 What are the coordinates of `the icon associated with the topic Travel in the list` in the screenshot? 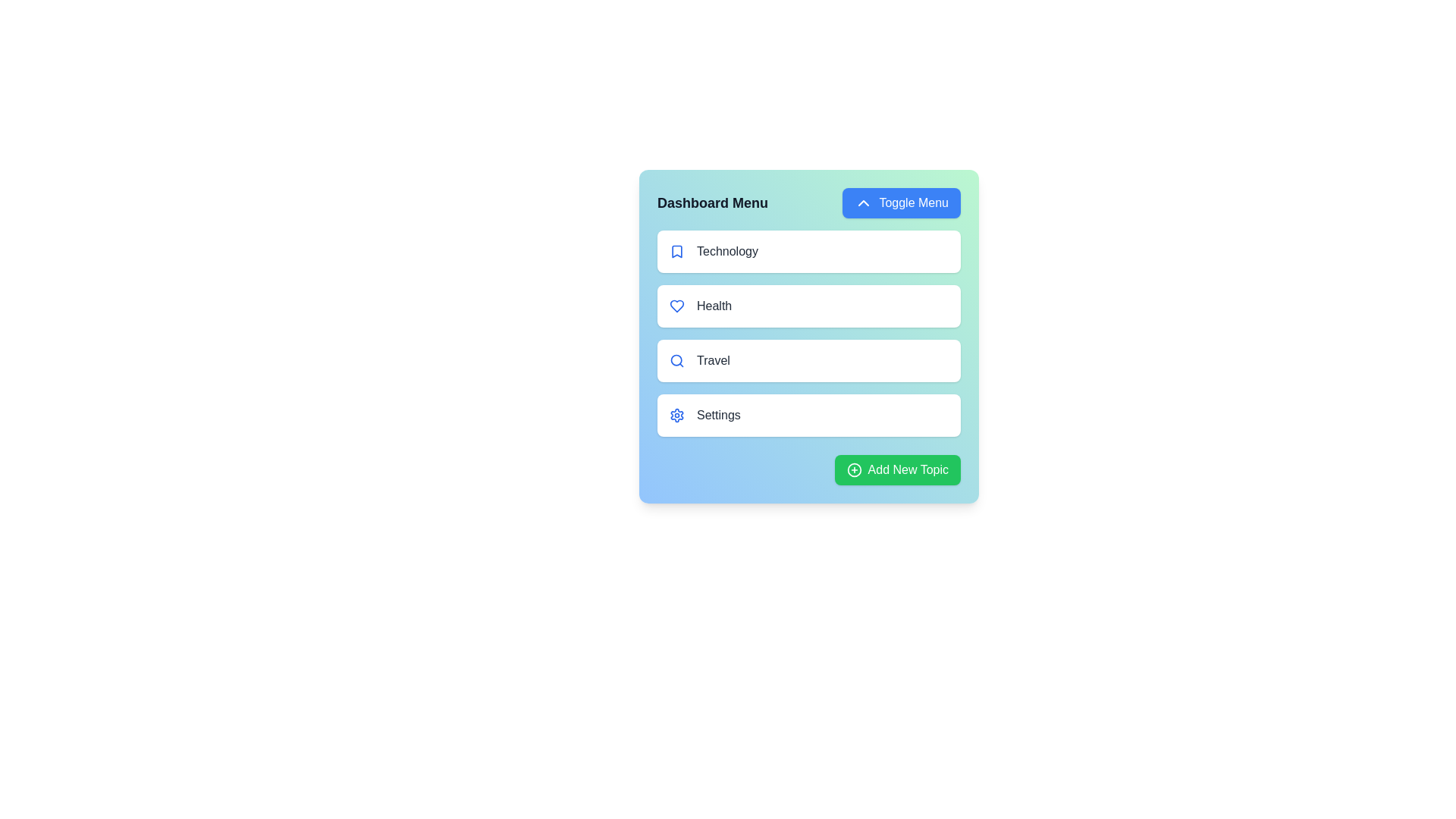 It's located at (676, 360).